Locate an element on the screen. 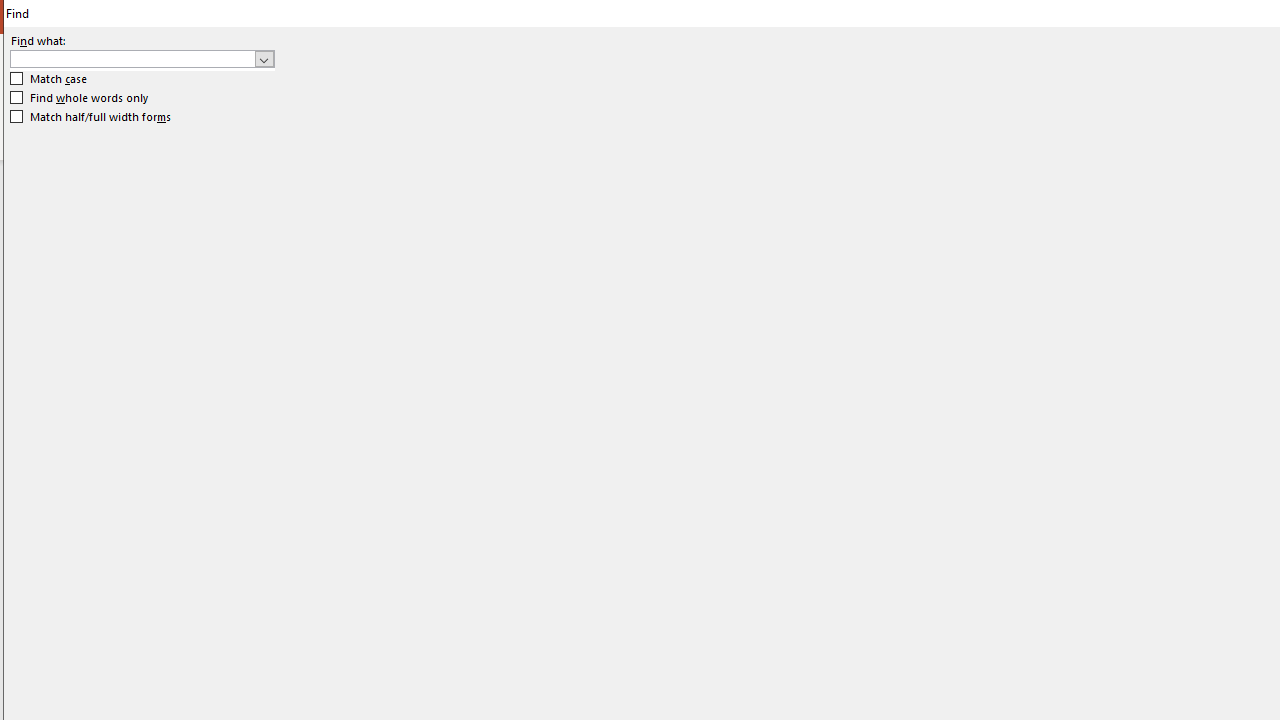 The image size is (1280, 720). 'Find whole words only' is located at coordinates (80, 97).